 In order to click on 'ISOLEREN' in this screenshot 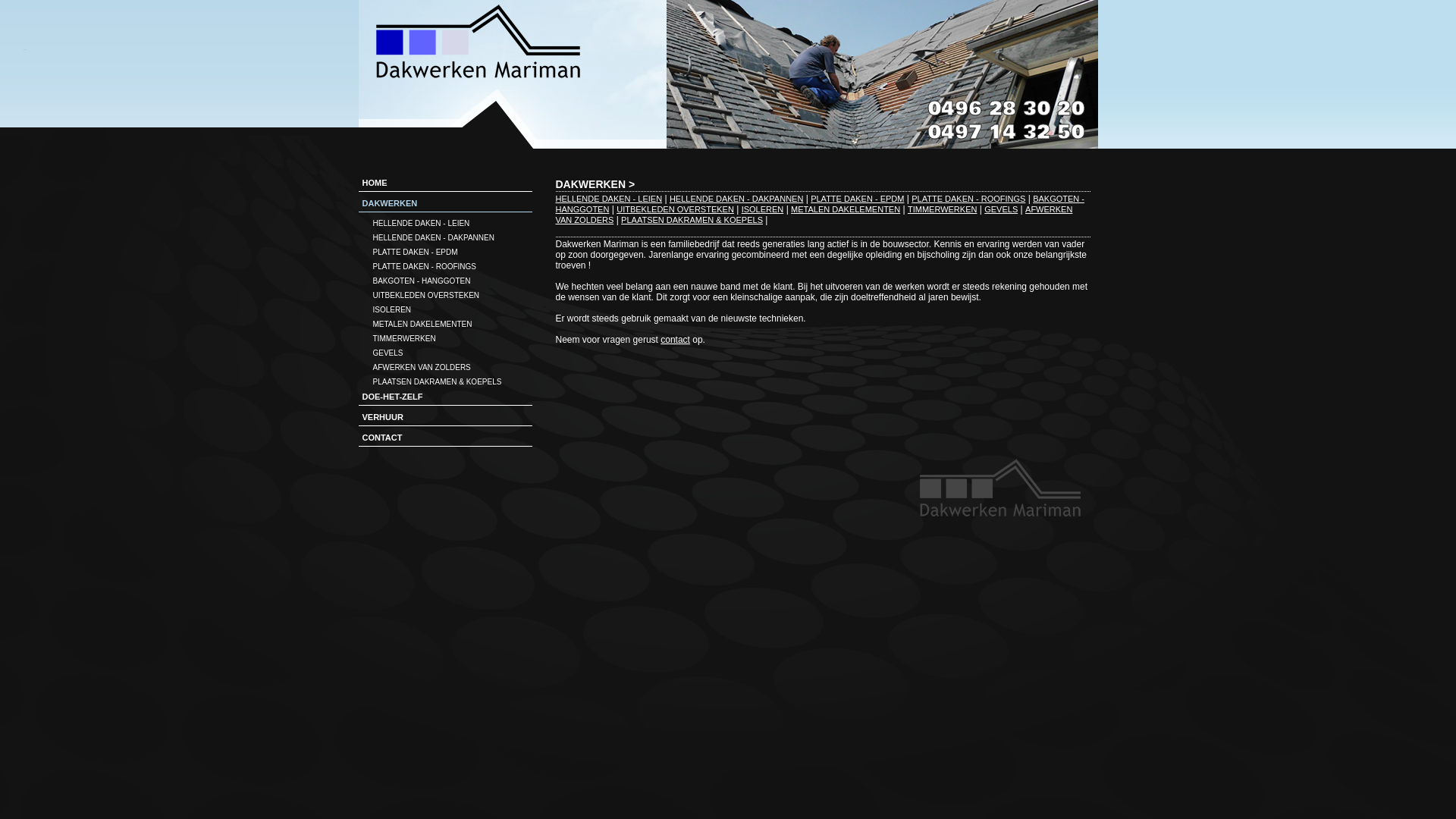, I will do `click(359, 308)`.